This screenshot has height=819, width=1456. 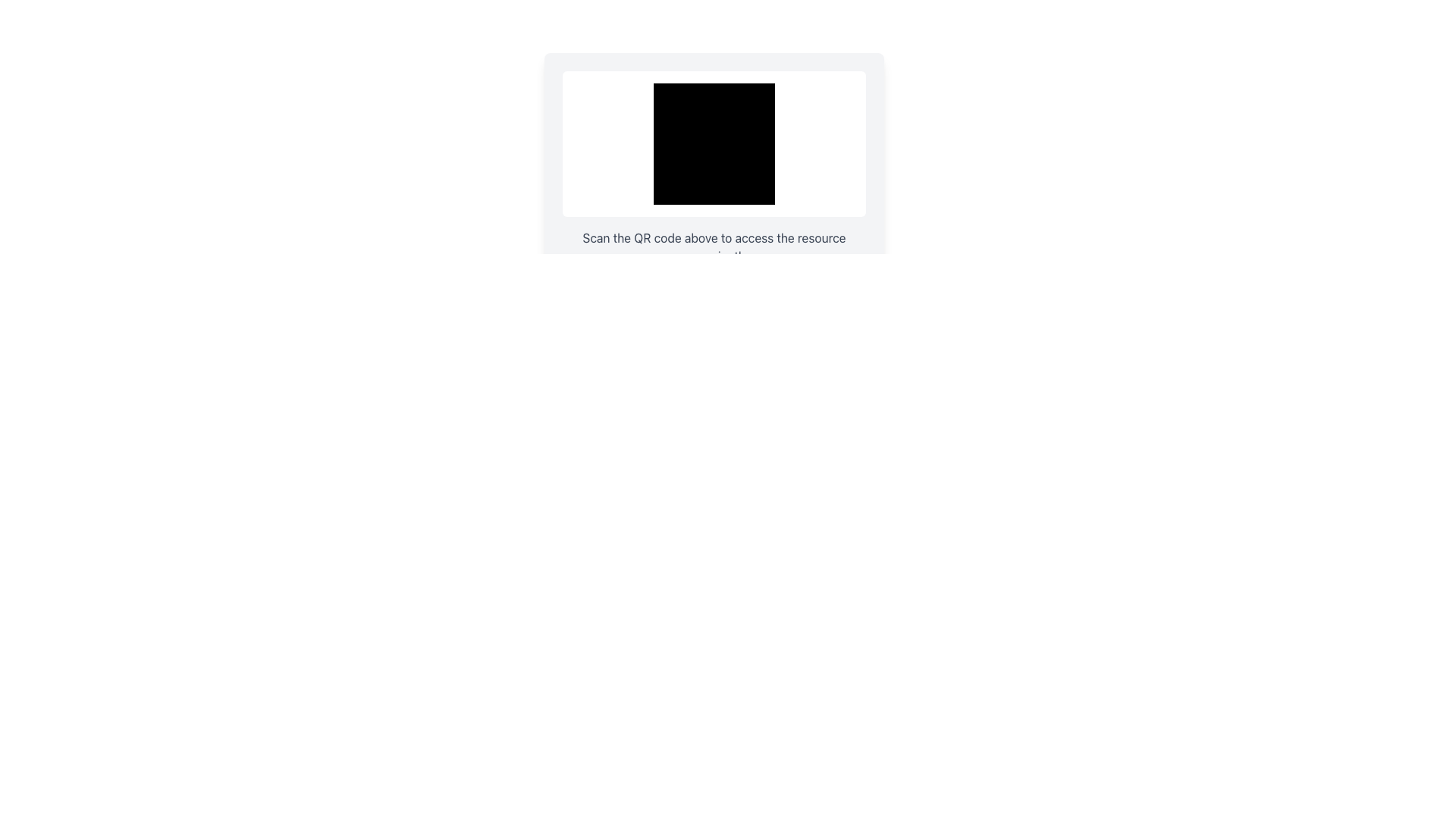 What do you see at coordinates (713, 143) in the screenshot?
I see `the Decorative Box, which is a structural component centered within a white box with rounded corners near the top center of the layout` at bounding box center [713, 143].